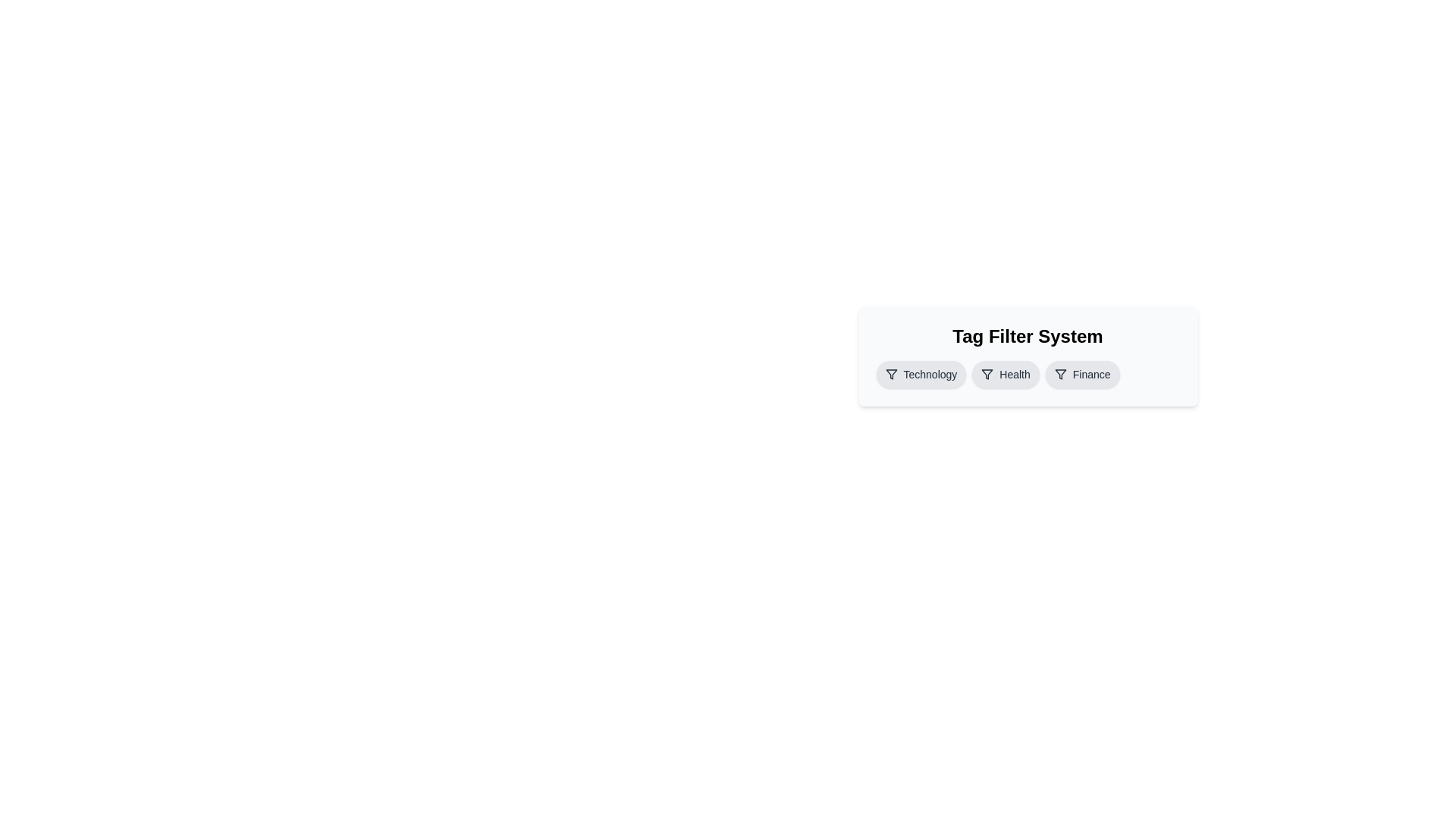 This screenshot has height=819, width=1456. I want to click on the tag labeled Finance to inspect its label, so click(1081, 374).